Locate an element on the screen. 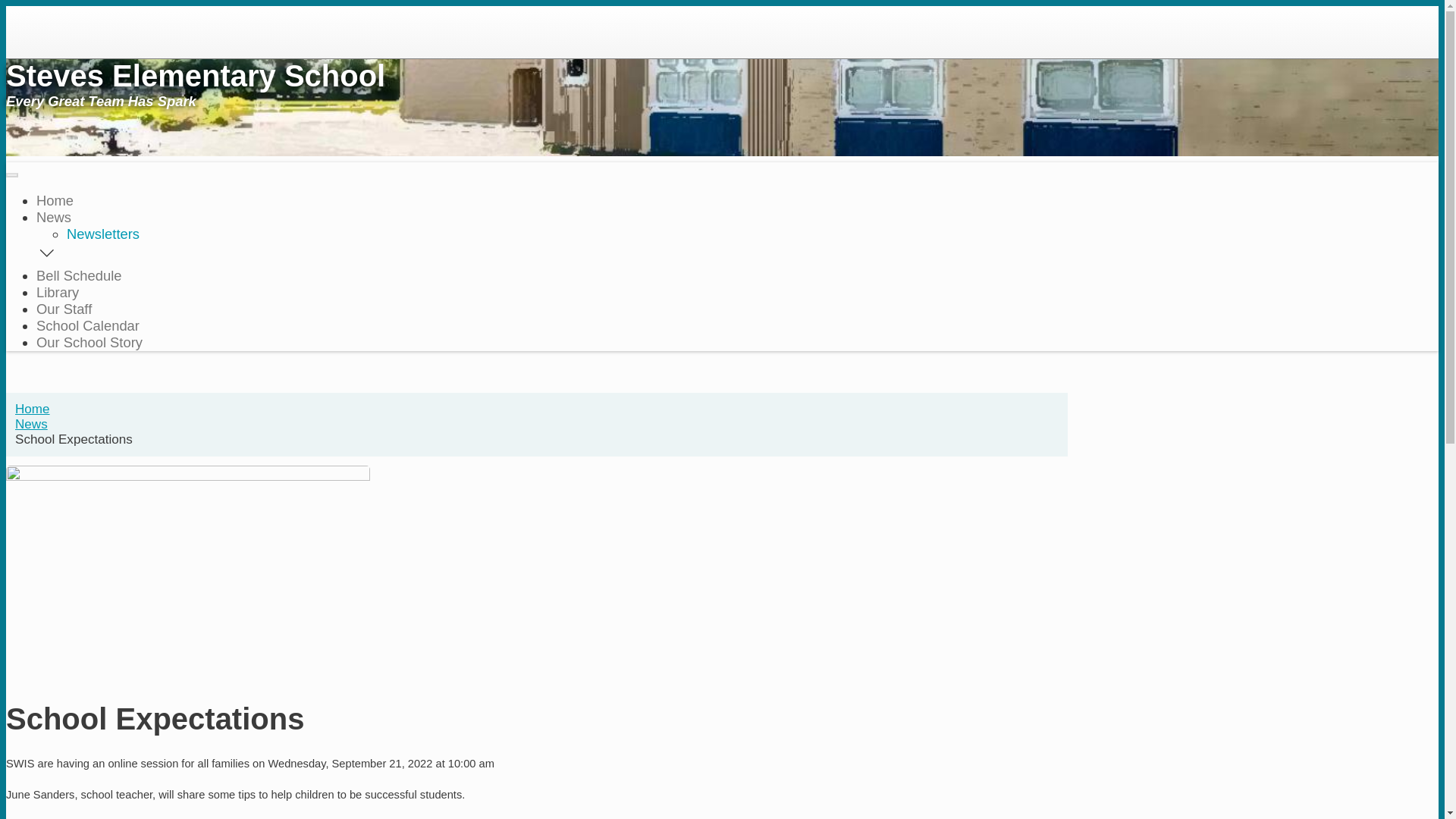 Image resolution: width=1456 pixels, height=819 pixels. 'Skip to main content' is located at coordinates (713, 8).